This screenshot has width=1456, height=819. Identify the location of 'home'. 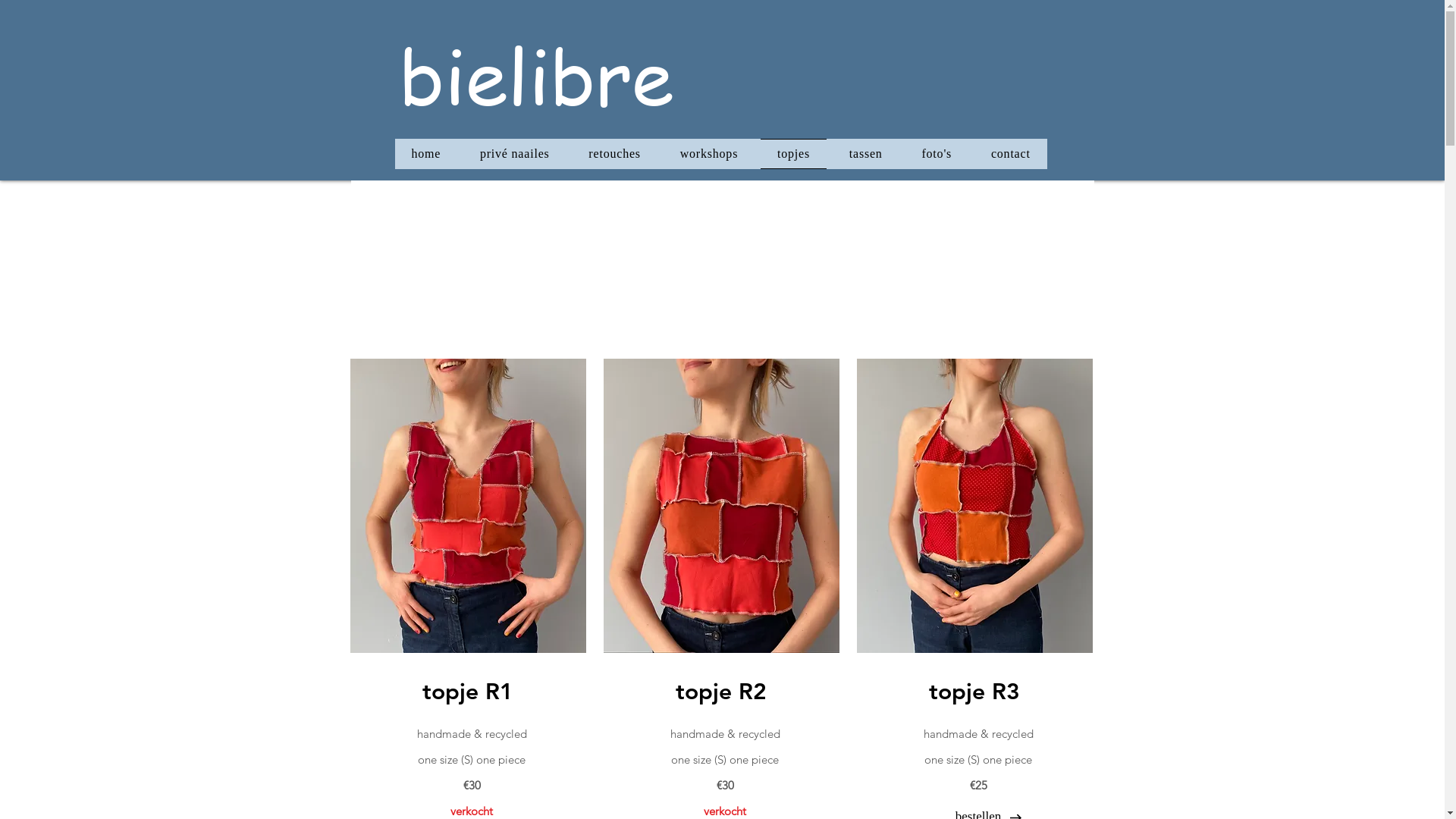
(425, 154).